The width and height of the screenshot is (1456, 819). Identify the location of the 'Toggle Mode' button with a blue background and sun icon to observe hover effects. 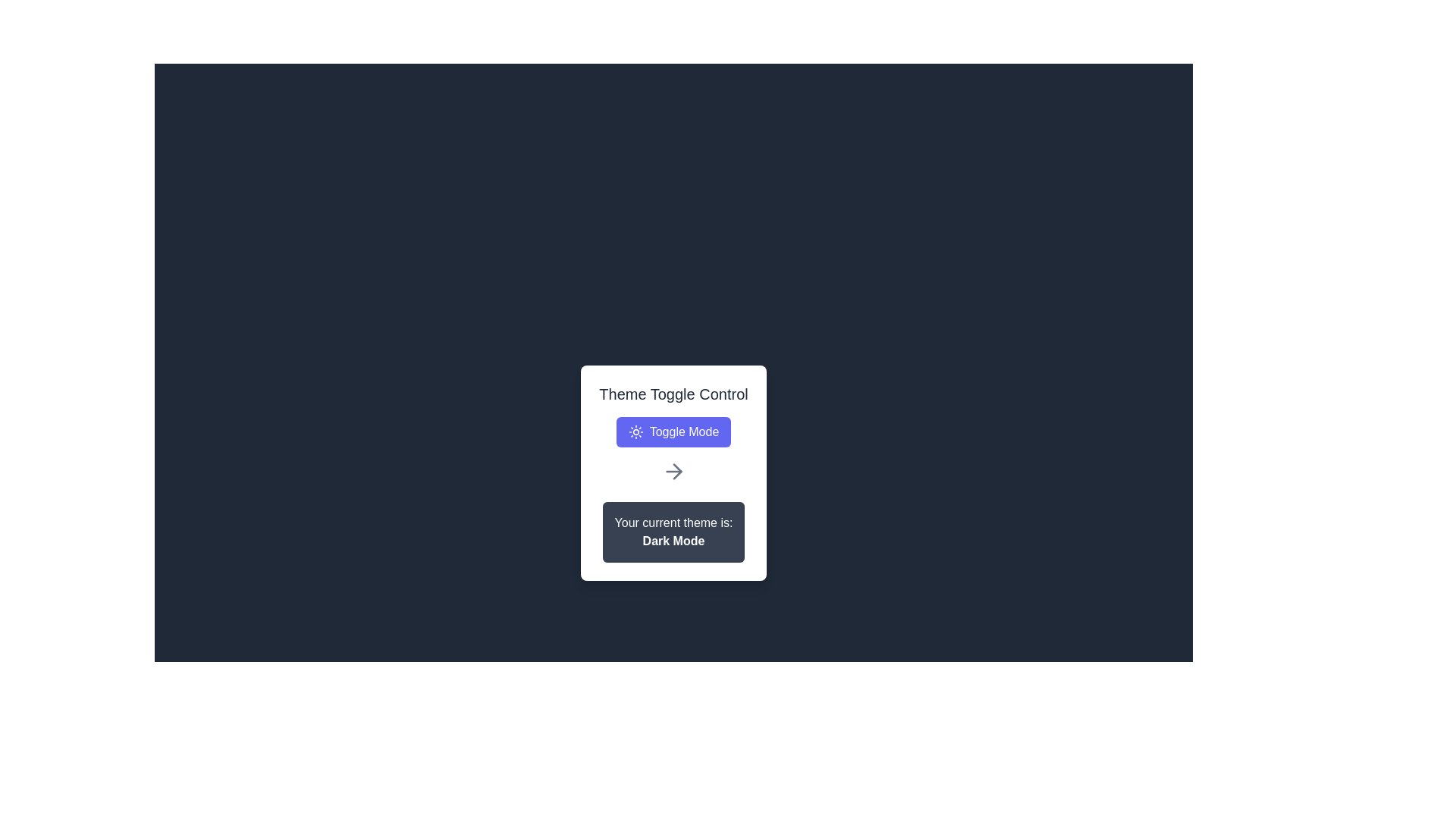
(673, 432).